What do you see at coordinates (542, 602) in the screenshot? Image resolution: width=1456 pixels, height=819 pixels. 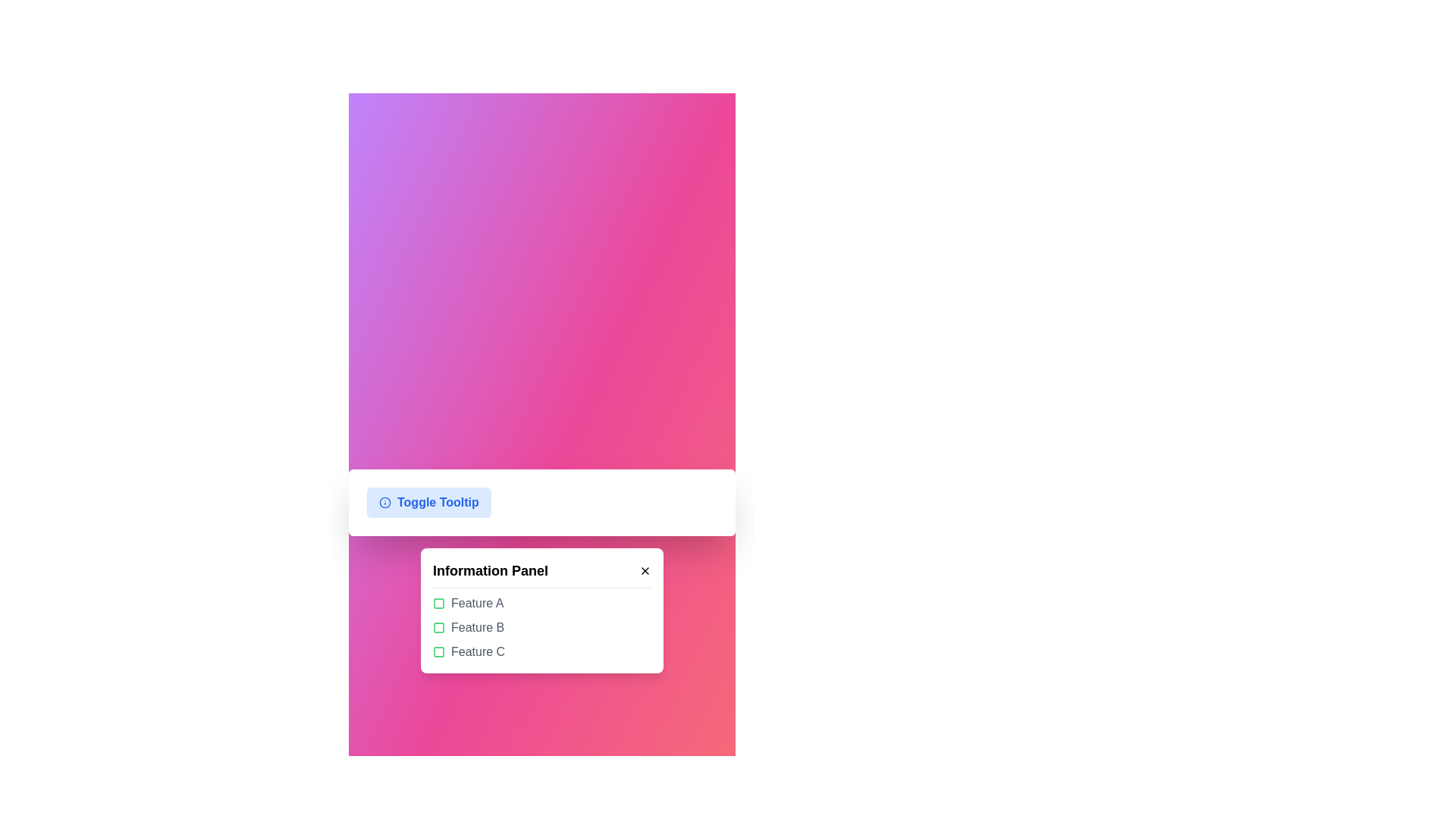 I see `the 'Feature A' checkbox located at the top of the vertically stacked group` at bounding box center [542, 602].